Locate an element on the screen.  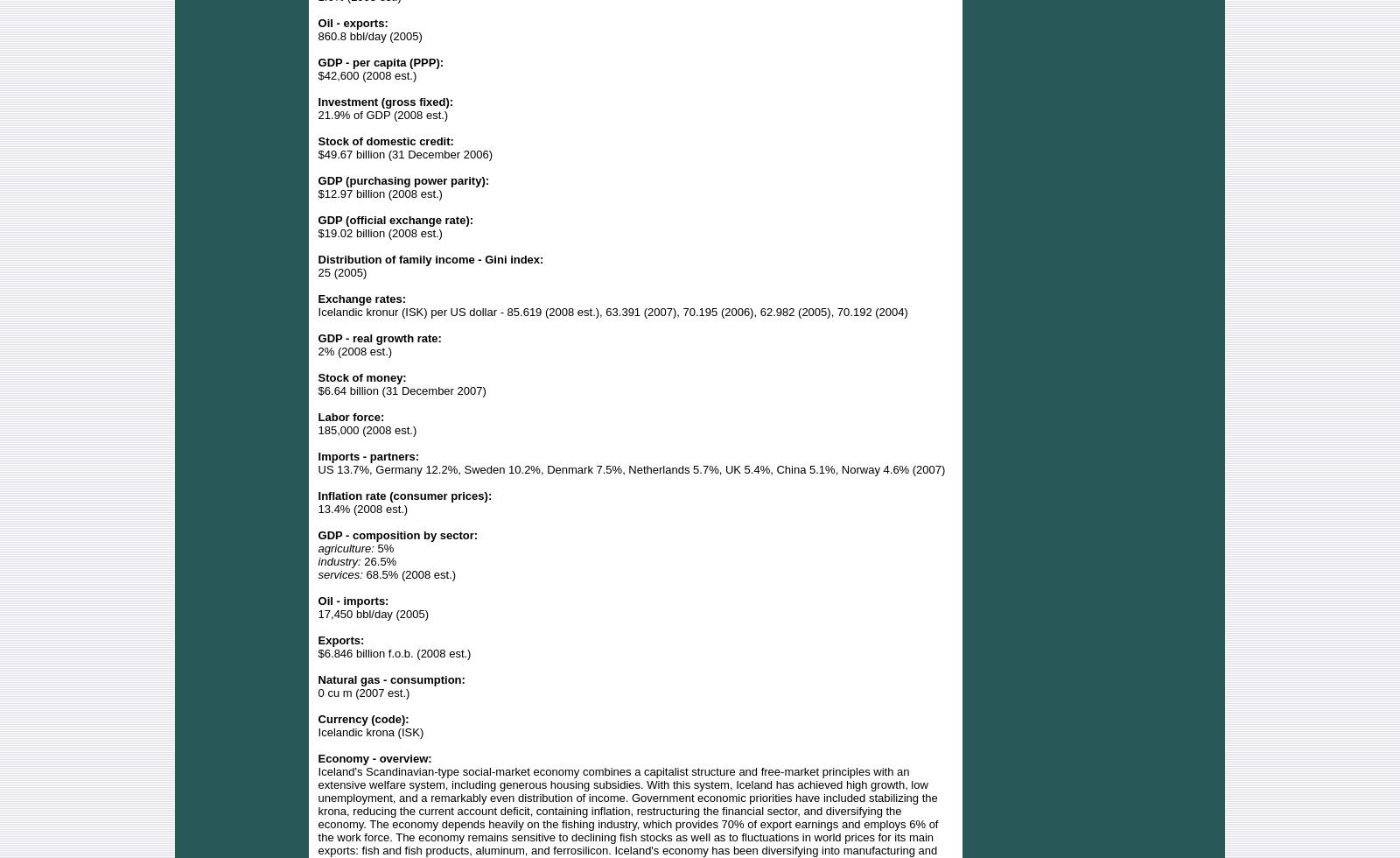
'US 13.7%, Germany 12.2%, Sweden 10.2%, Denmark 7.5%, Netherlands 5.7%, UK 5.4%, China 5.1%, Norway 4.6% (2007)' is located at coordinates (631, 468).